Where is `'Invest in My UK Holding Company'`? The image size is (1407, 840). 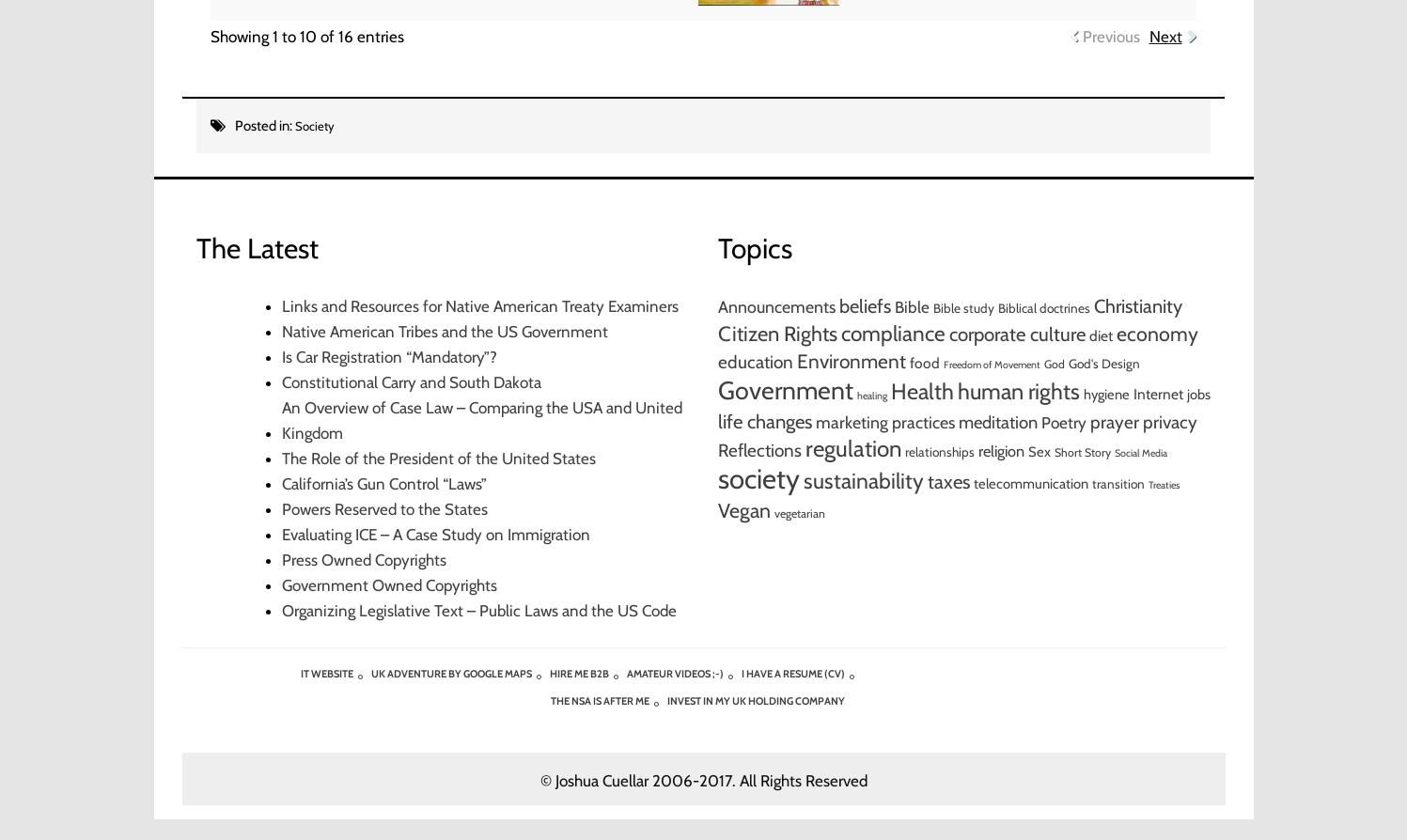 'Invest in My UK Holding Company' is located at coordinates (755, 700).